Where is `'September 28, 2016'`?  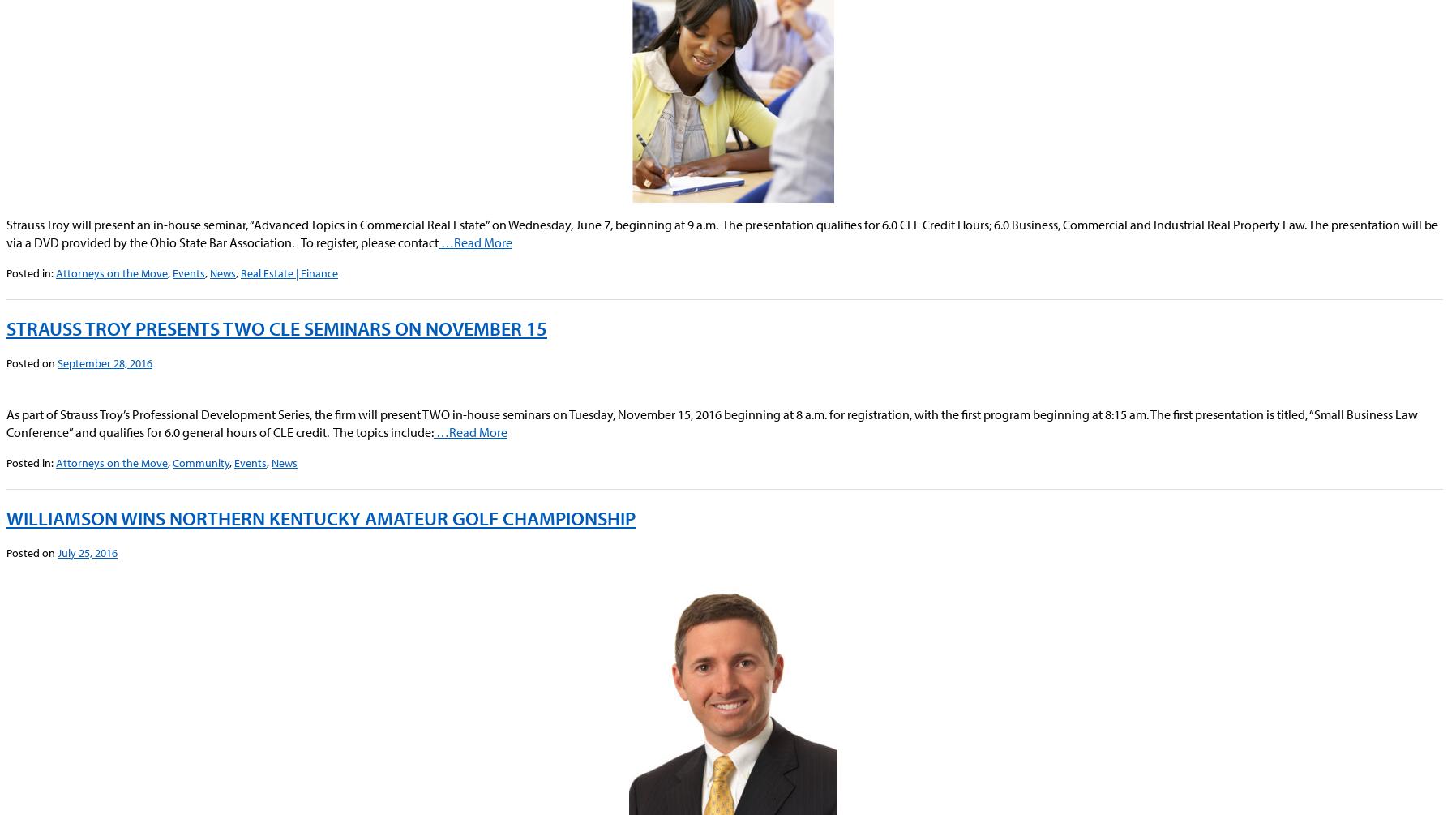
'September 28, 2016' is located at coordinates (56, 363).